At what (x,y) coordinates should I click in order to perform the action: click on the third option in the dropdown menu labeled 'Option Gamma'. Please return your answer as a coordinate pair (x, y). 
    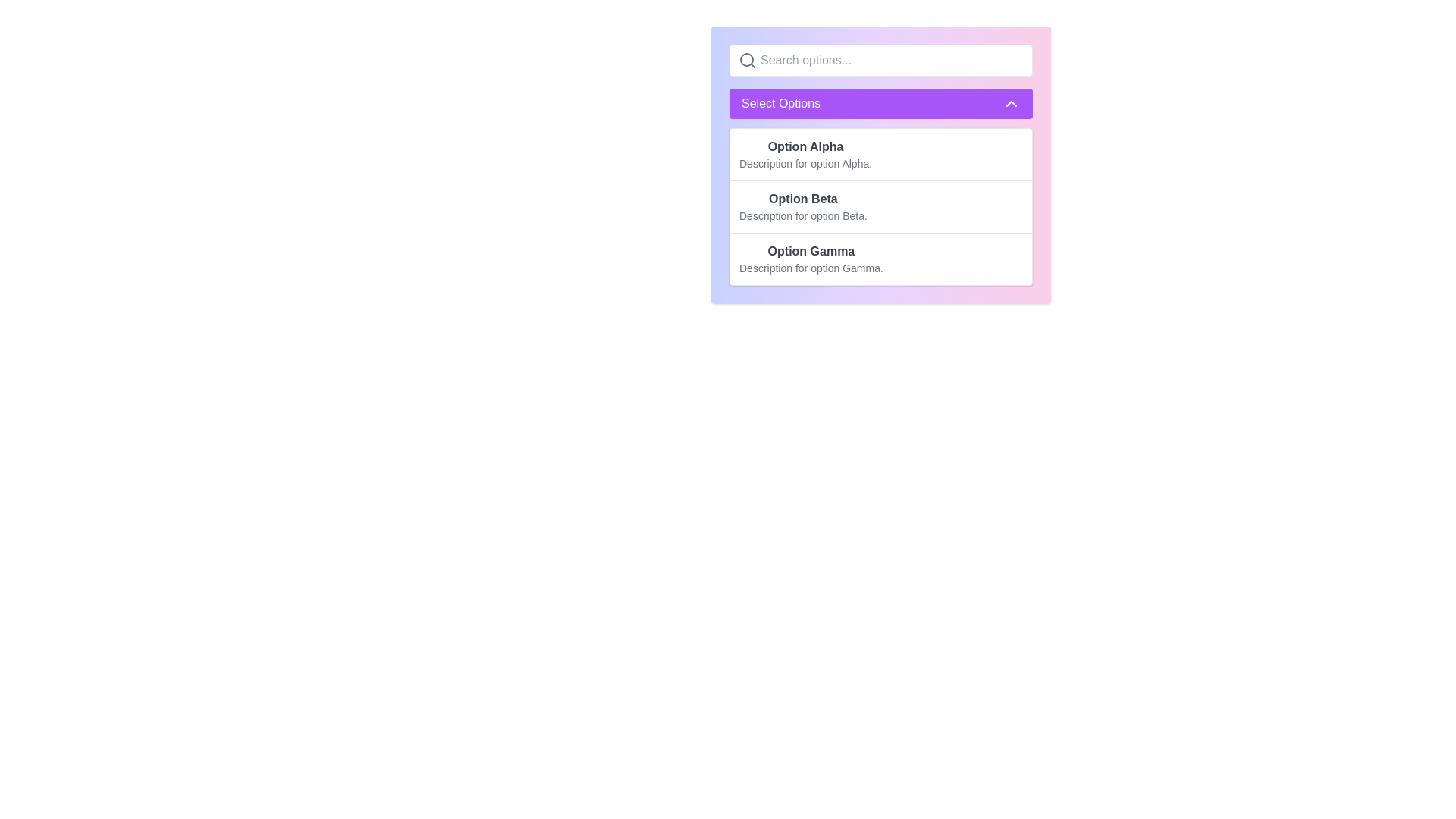
    Looking at the image, I should click on (880, 257).